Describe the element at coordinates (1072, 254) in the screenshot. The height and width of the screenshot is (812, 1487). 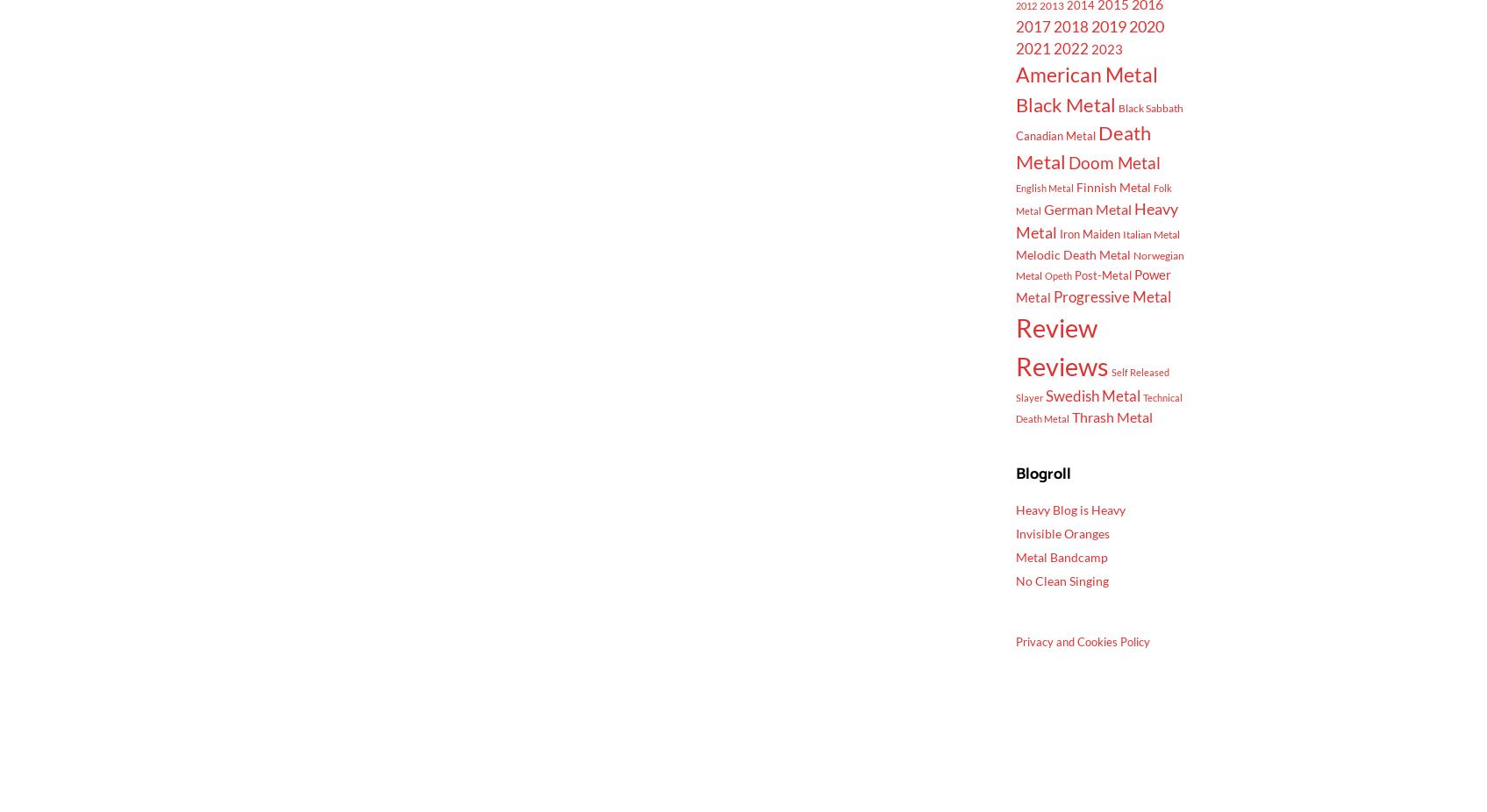
I see `'Melodic Death Metal'` at that location.